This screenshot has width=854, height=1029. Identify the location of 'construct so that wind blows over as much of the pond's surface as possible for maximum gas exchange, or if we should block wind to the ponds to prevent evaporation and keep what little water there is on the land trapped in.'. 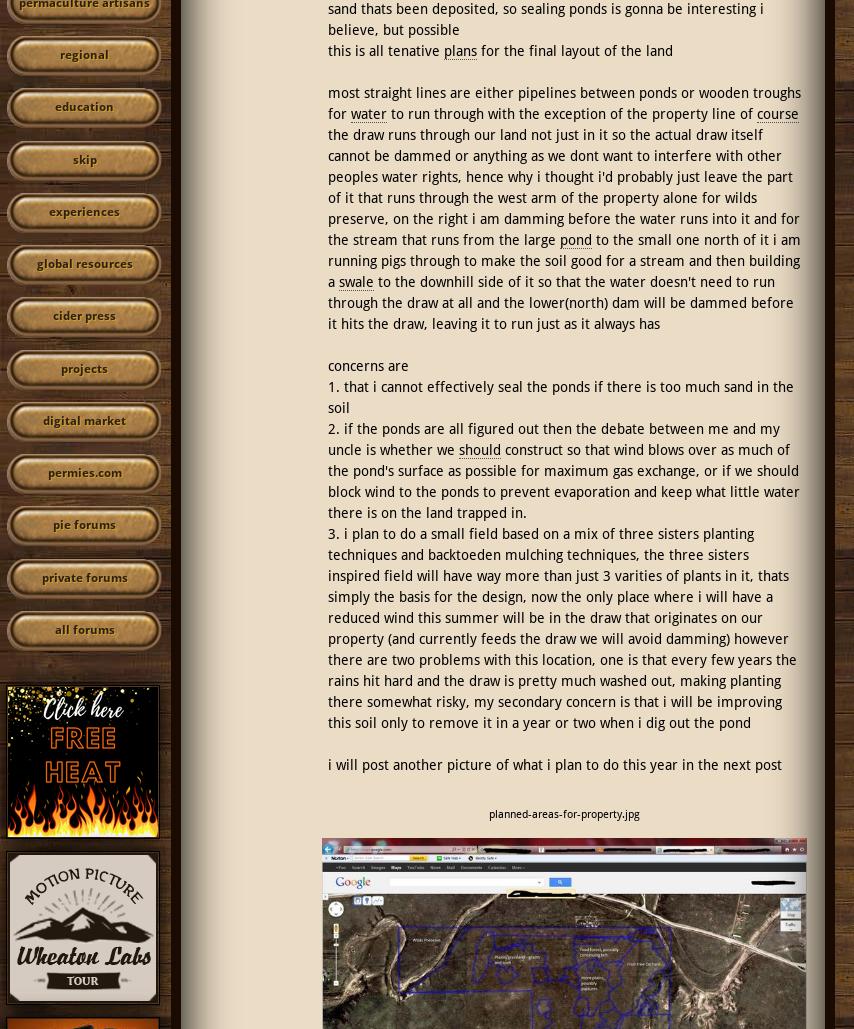
(325, 480).